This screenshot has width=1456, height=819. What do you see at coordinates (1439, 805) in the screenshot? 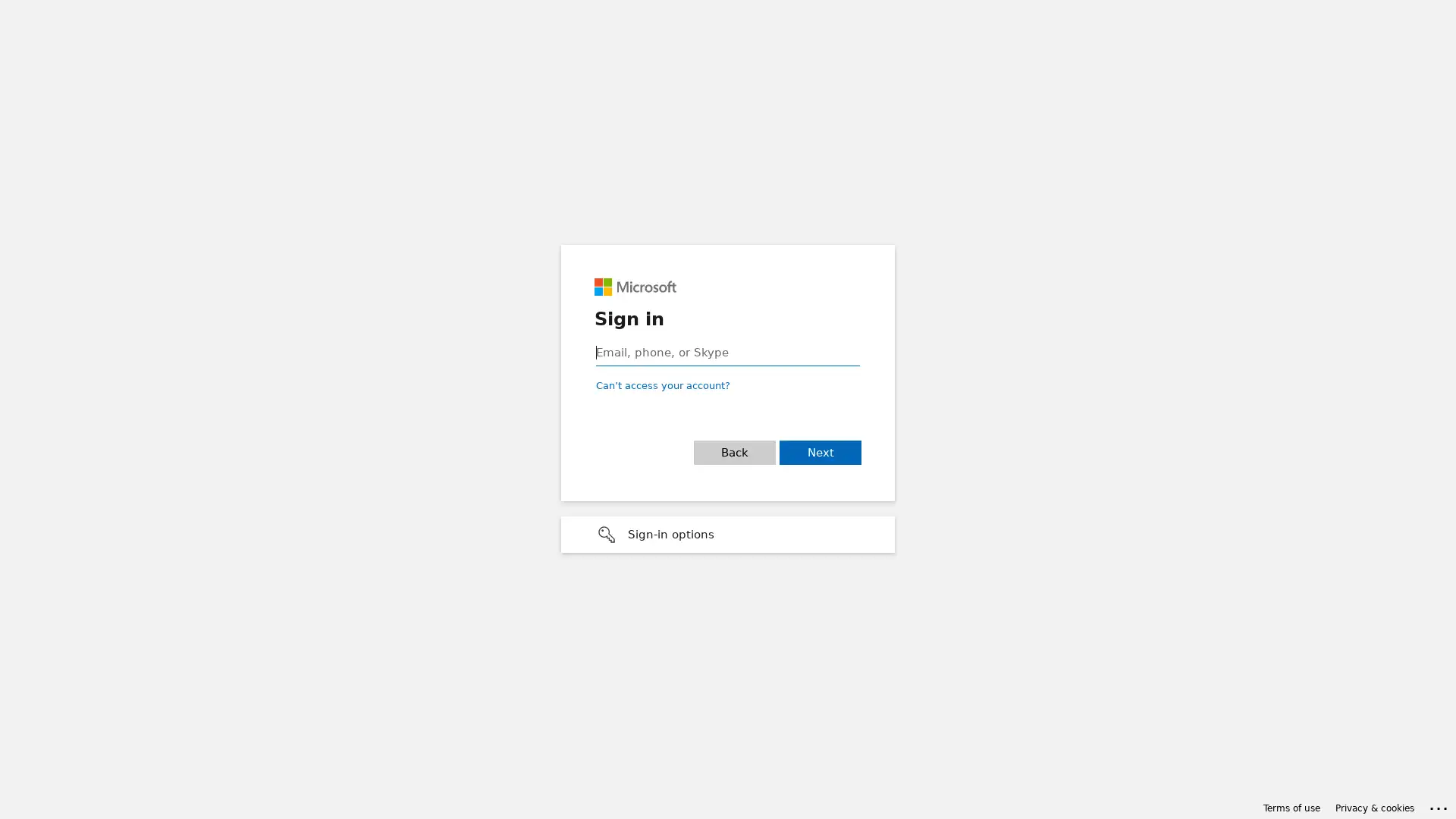
I see `Click here for troubleshooting information` at bounding box center [1439, 805].